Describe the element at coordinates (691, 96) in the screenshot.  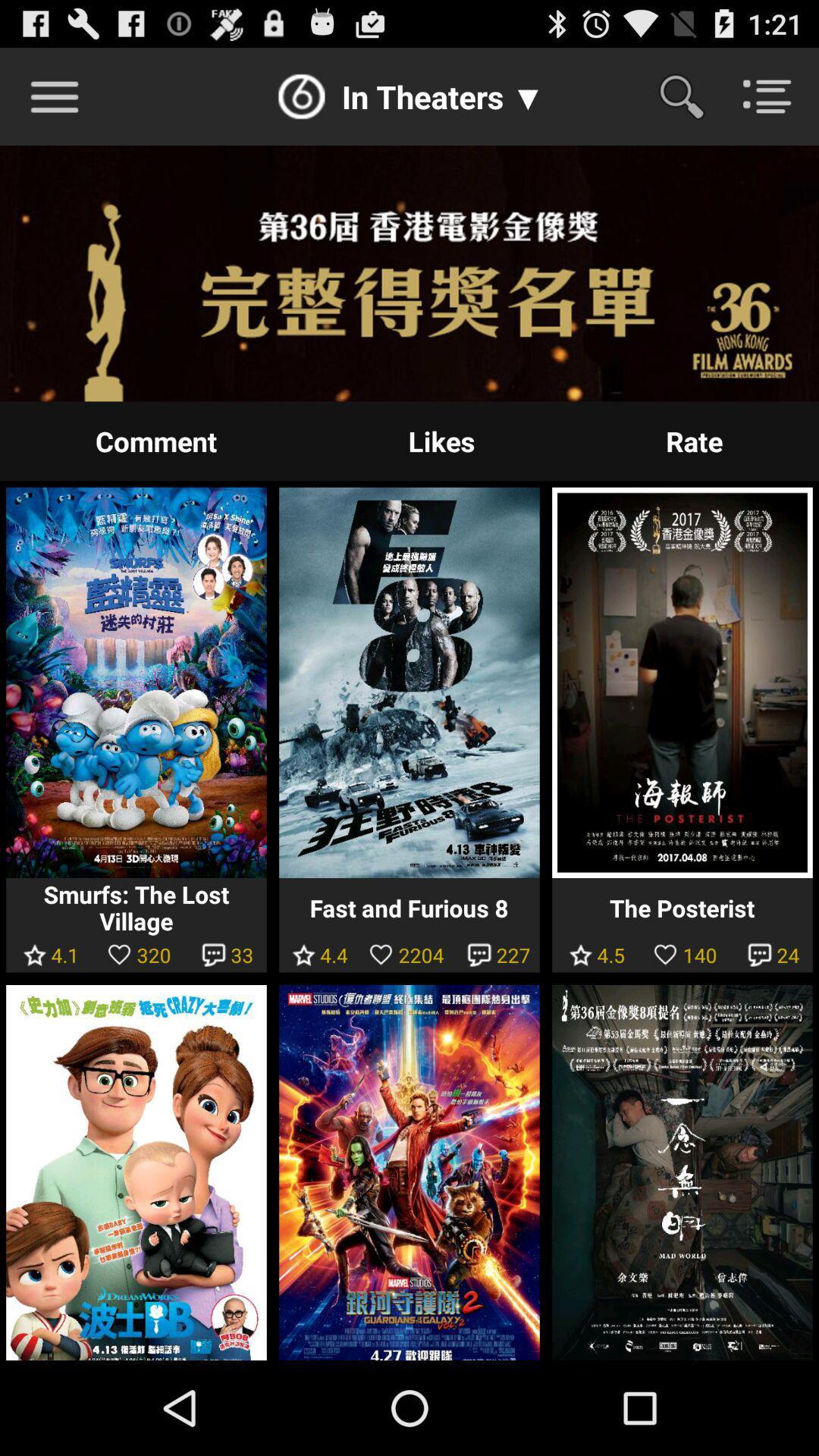
I see `search button` at that location.